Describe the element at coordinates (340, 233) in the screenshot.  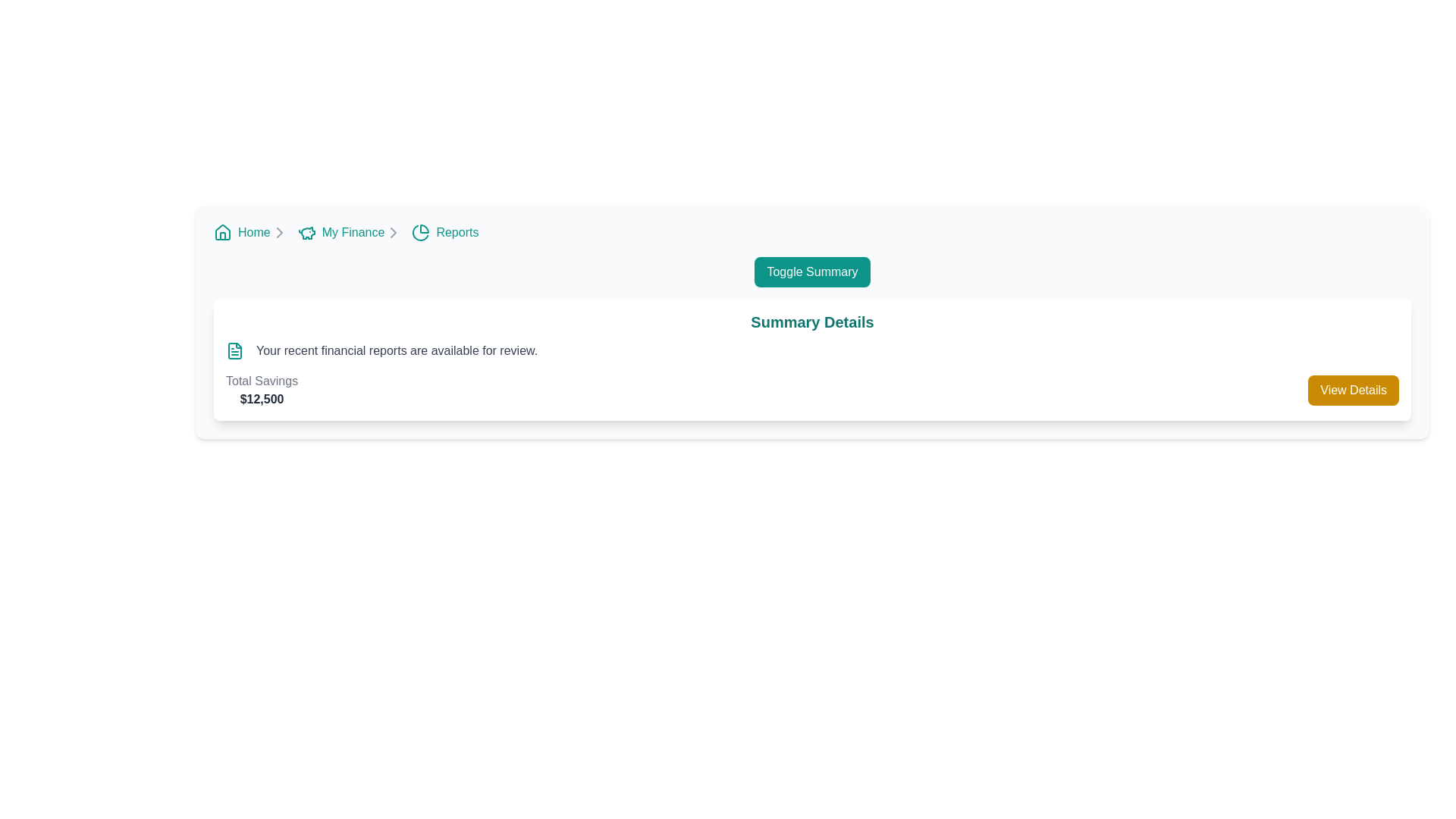
I see `the hyperlink with a piggy bank icon located between the 'Home' and 'Reports' links in the breadcrumb navigation to visit the Finance section` at that location.